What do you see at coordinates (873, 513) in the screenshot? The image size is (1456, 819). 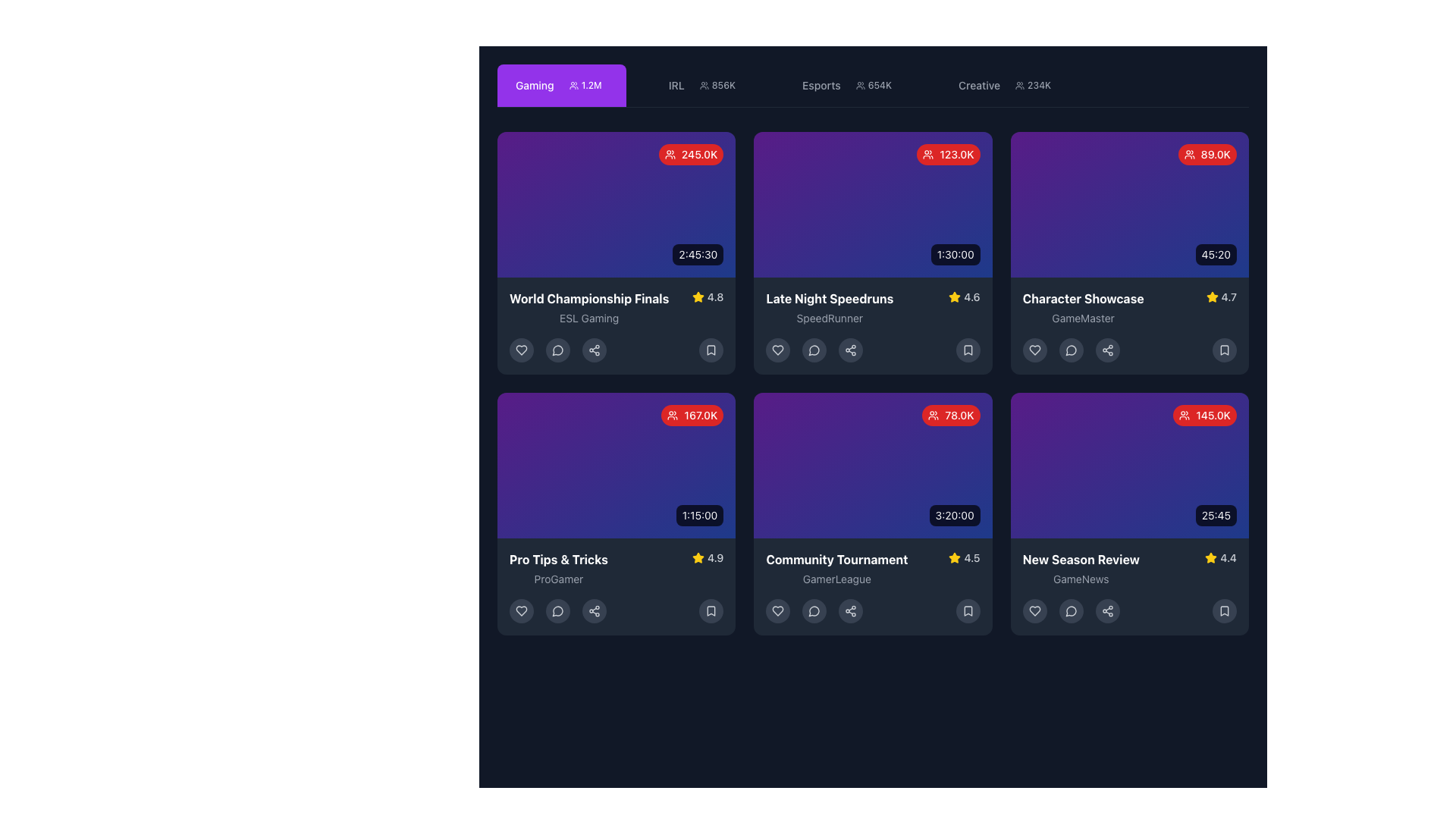 I see `the Interactive card in the second row, second column of the grid layout` at bounding box center [873, 513].